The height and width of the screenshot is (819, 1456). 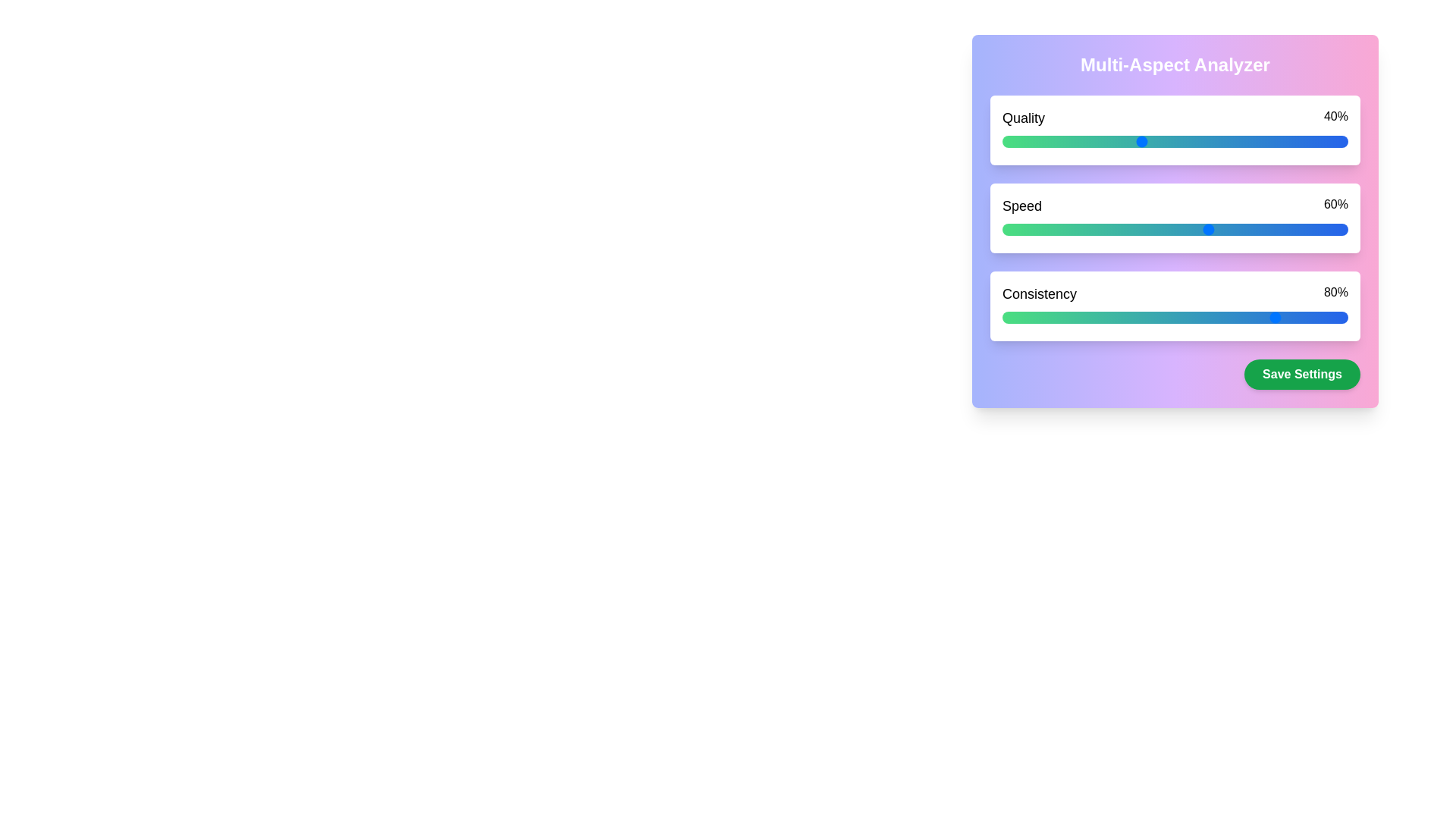 I want to click on the percentage or label within the group of labeled progress indicators titled 'Quality,' 'Speed,' and 'Consistency.', so click(x=1175, y=218).